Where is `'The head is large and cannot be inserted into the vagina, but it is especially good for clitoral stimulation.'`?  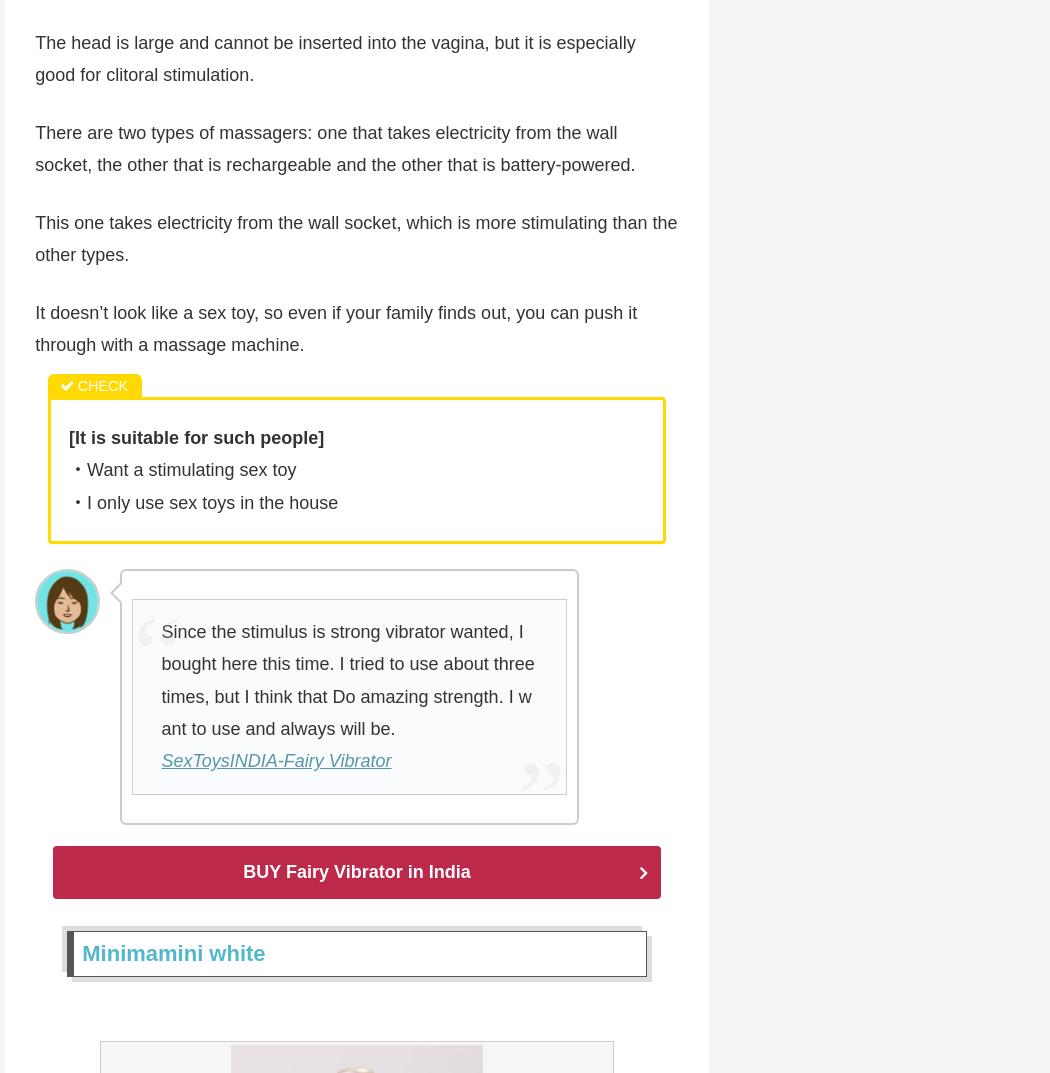 'The head is large and cannot be inserted into the vagina, but it is especially good for clitoral stimulation.' is located at coordinates (334, 59).